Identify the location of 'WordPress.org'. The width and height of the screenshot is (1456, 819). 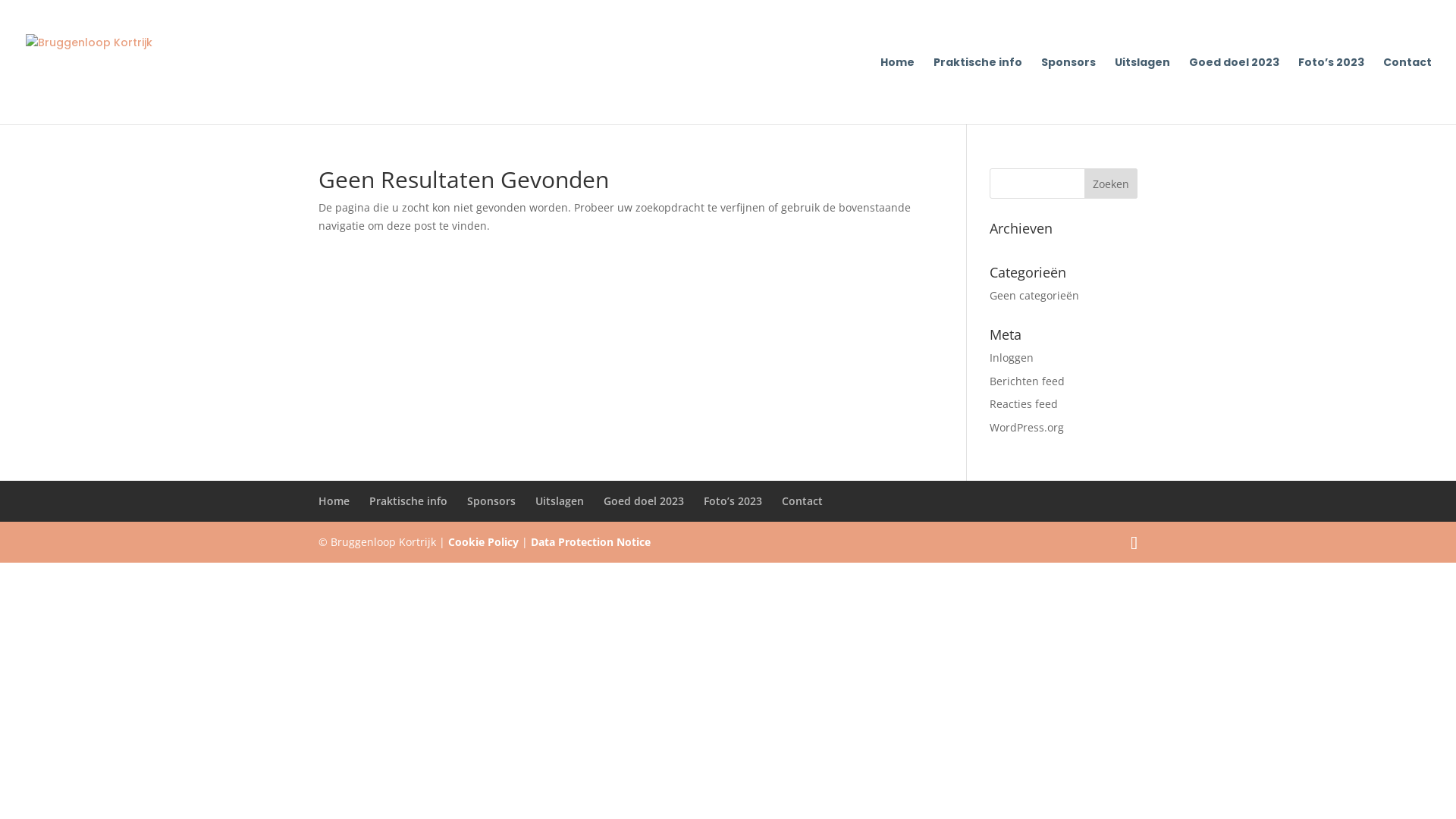
(1026, 427).